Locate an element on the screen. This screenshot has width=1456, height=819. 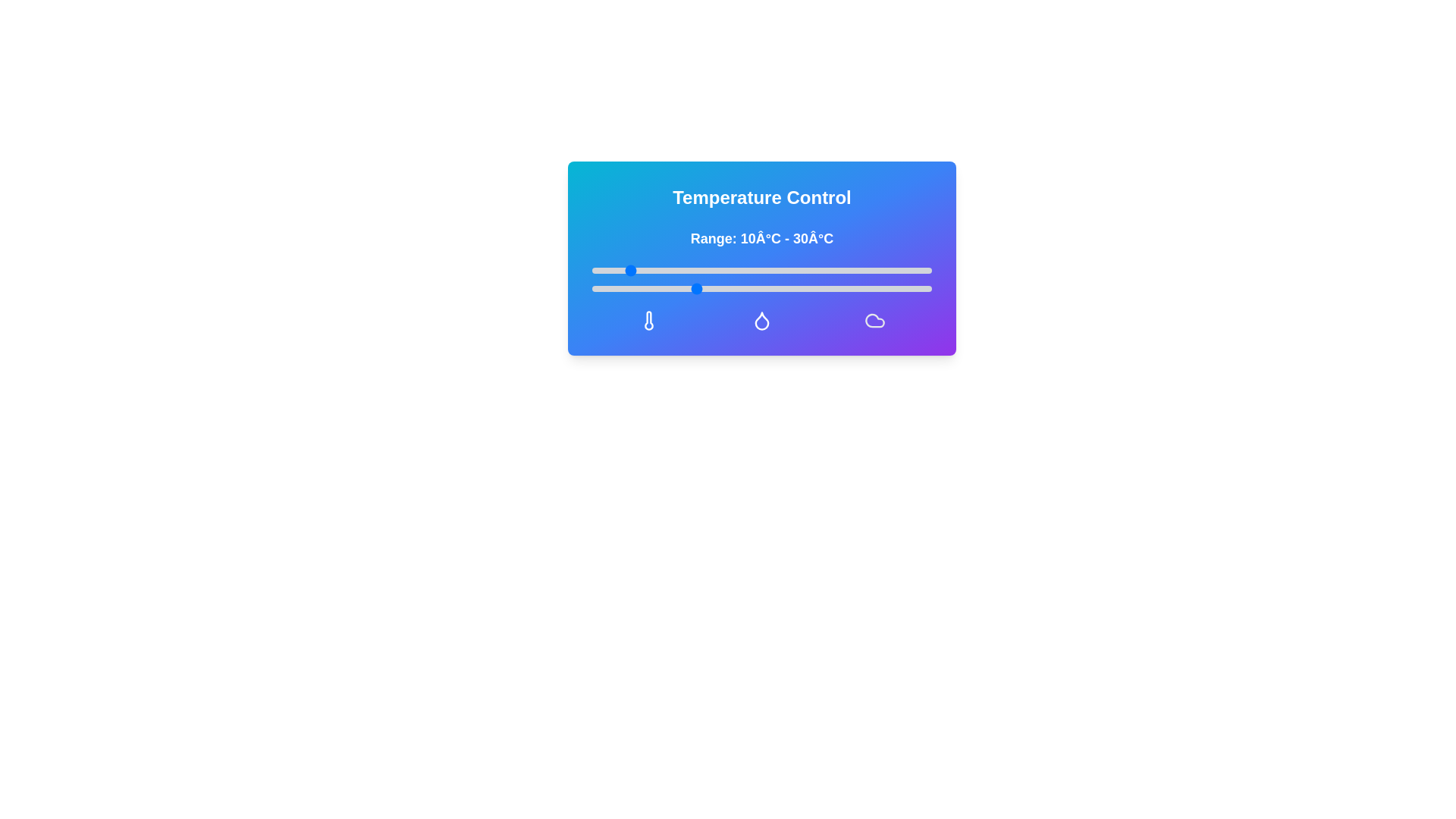
the cloud icon, which is centered horizontally at the bottom of the card interface and is positioned to the right of a thermometer and a droplet icon is located at coordinates (874, 320).